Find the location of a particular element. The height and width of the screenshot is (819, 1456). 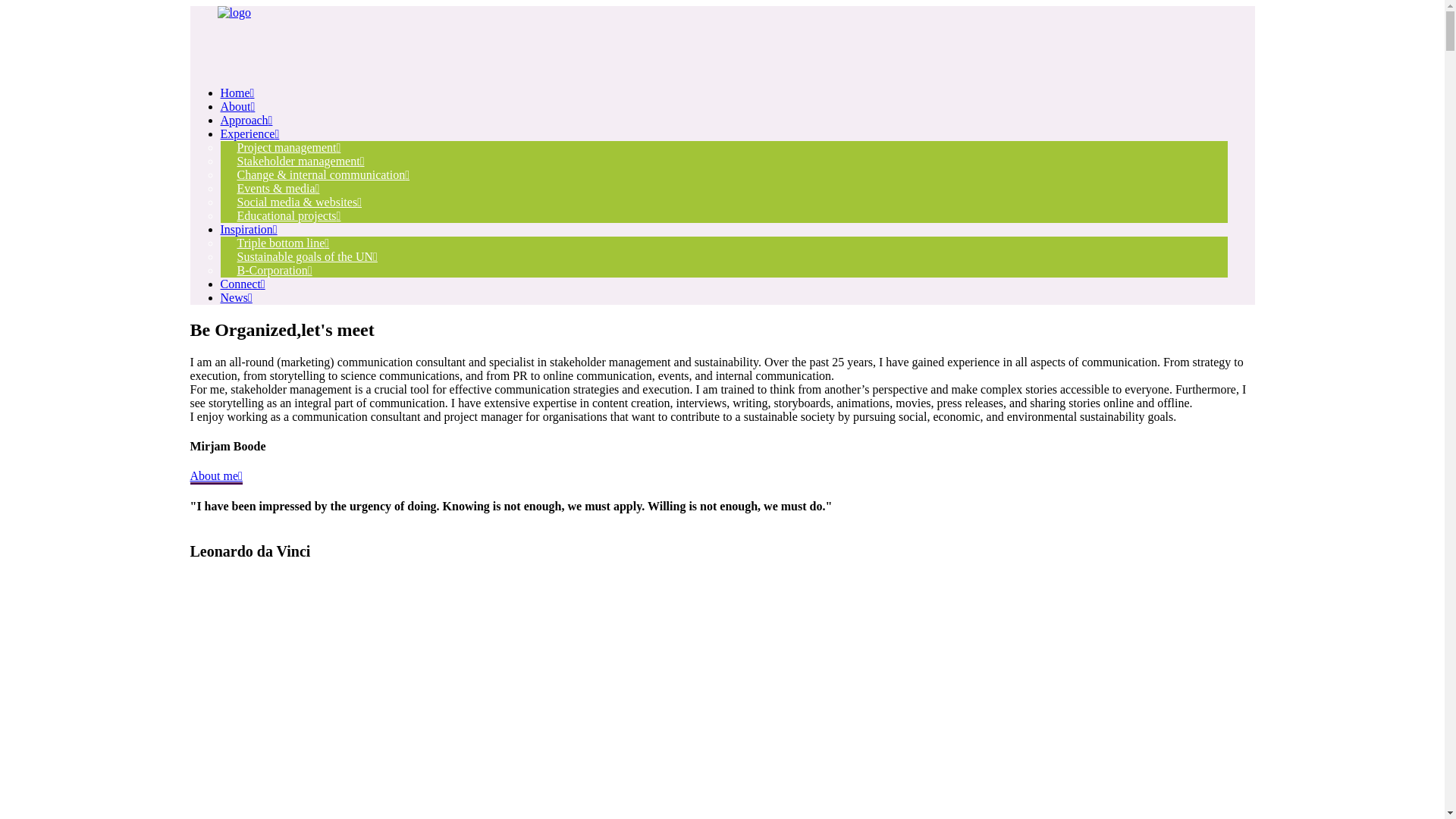

'Stakeholder management' is located at coordinates (300, 161).